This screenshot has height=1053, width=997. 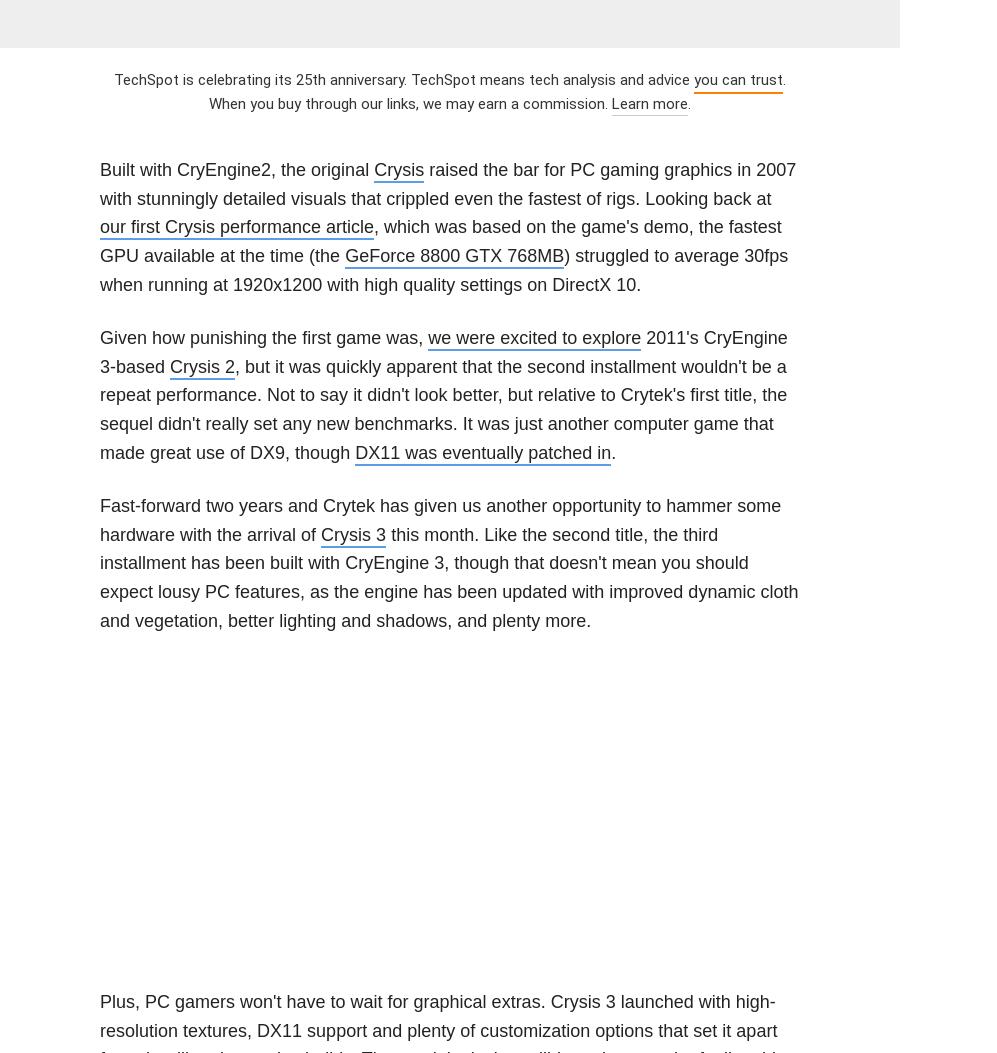 I want to click on 'Crysis 3', so click(x=320, y=532).